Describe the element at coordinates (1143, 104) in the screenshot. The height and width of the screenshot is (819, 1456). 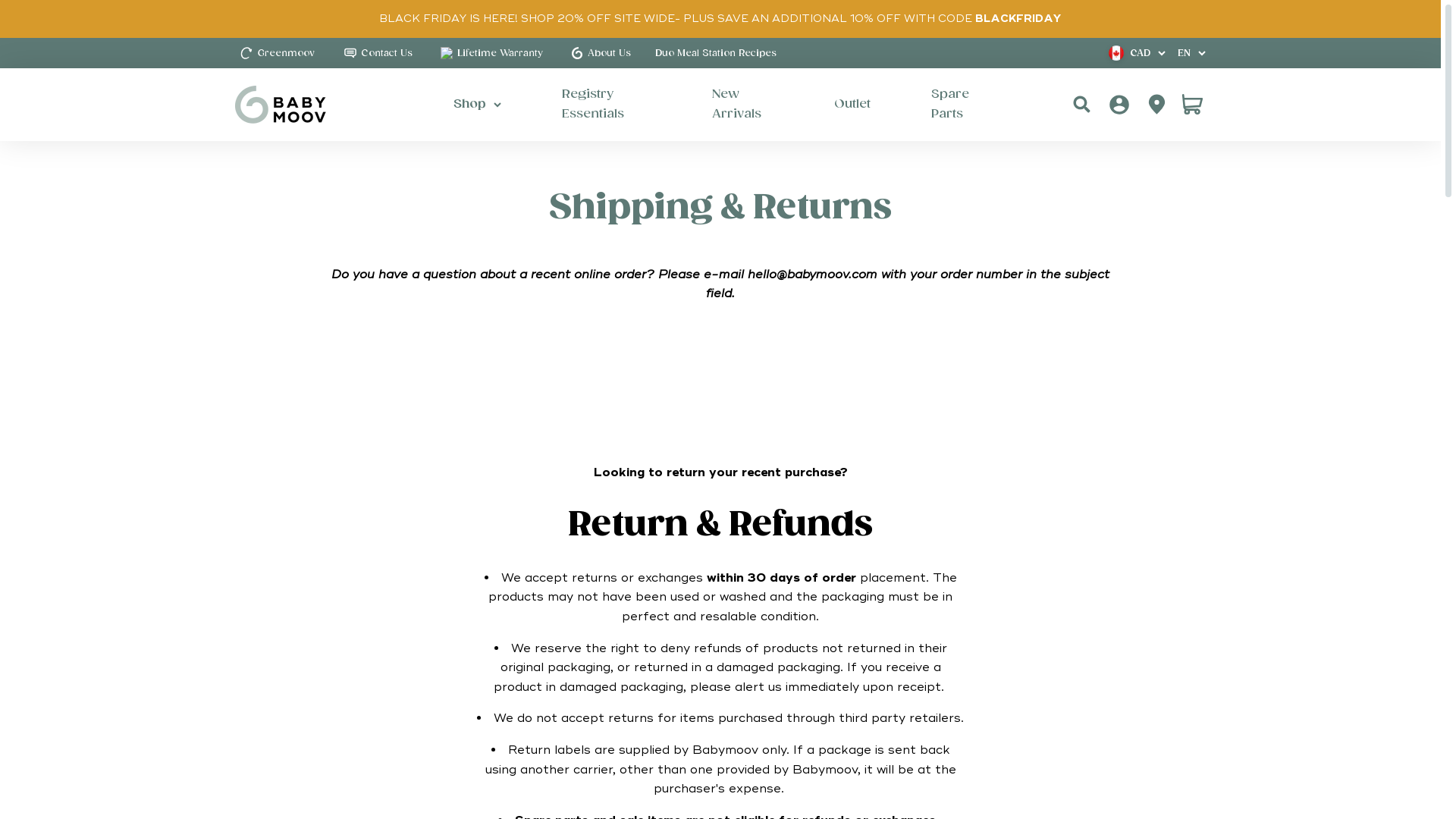
I see `'Open account page'` at that location.